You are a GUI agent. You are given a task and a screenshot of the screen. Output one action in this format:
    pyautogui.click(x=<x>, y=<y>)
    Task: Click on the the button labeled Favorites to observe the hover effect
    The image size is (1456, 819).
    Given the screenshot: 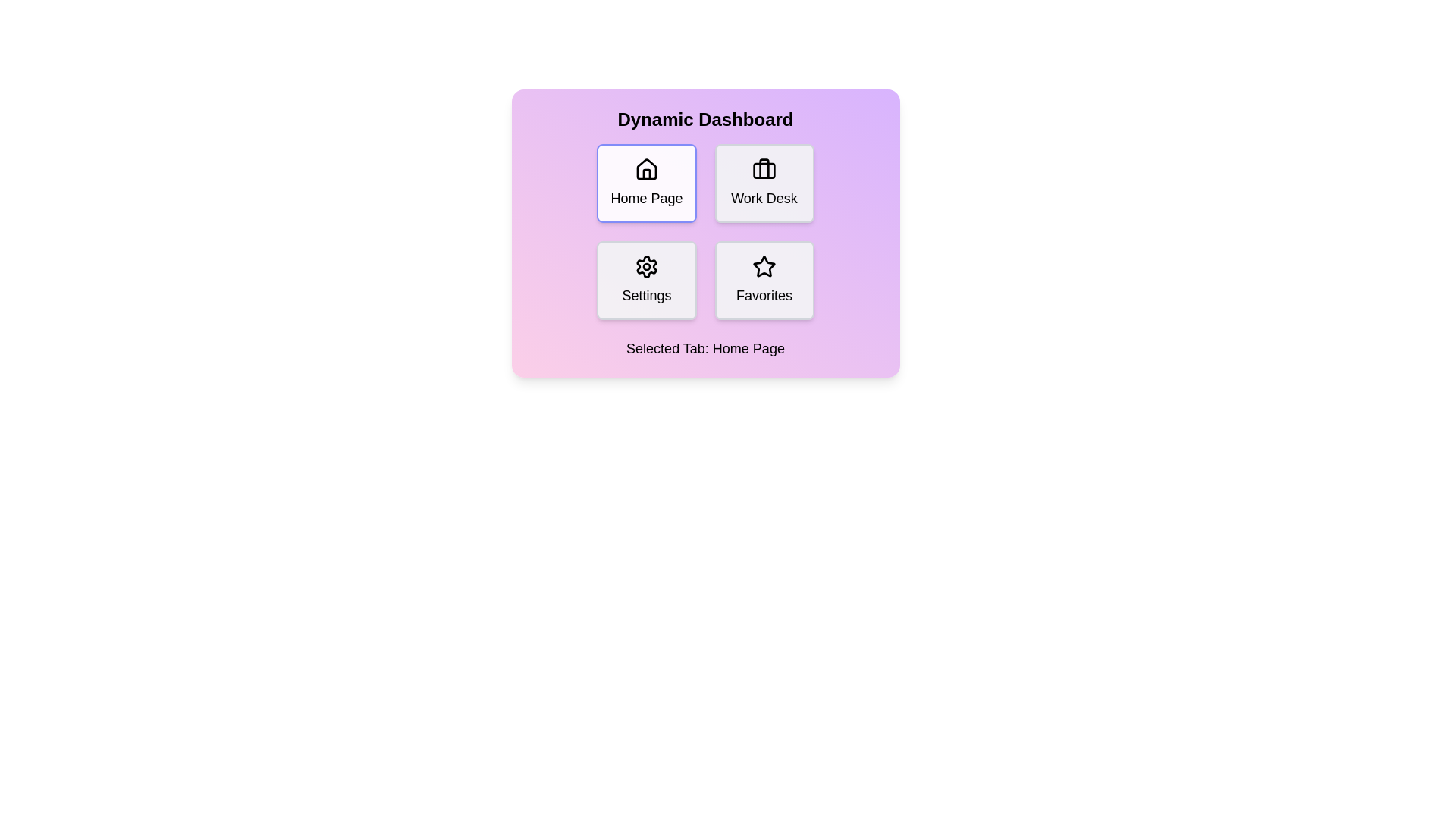 What is the action you would take?
    pyautogui.click(x=764, y=281)
    